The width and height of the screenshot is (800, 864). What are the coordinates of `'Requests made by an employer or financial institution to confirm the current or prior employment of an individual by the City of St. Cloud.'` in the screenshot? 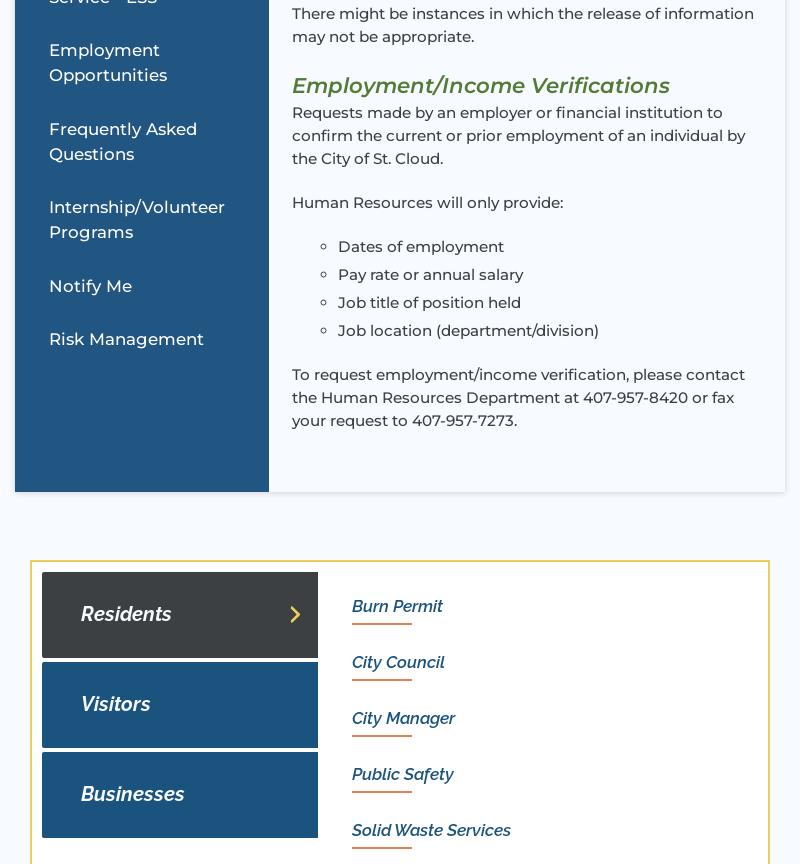 It's located at (516, 133).